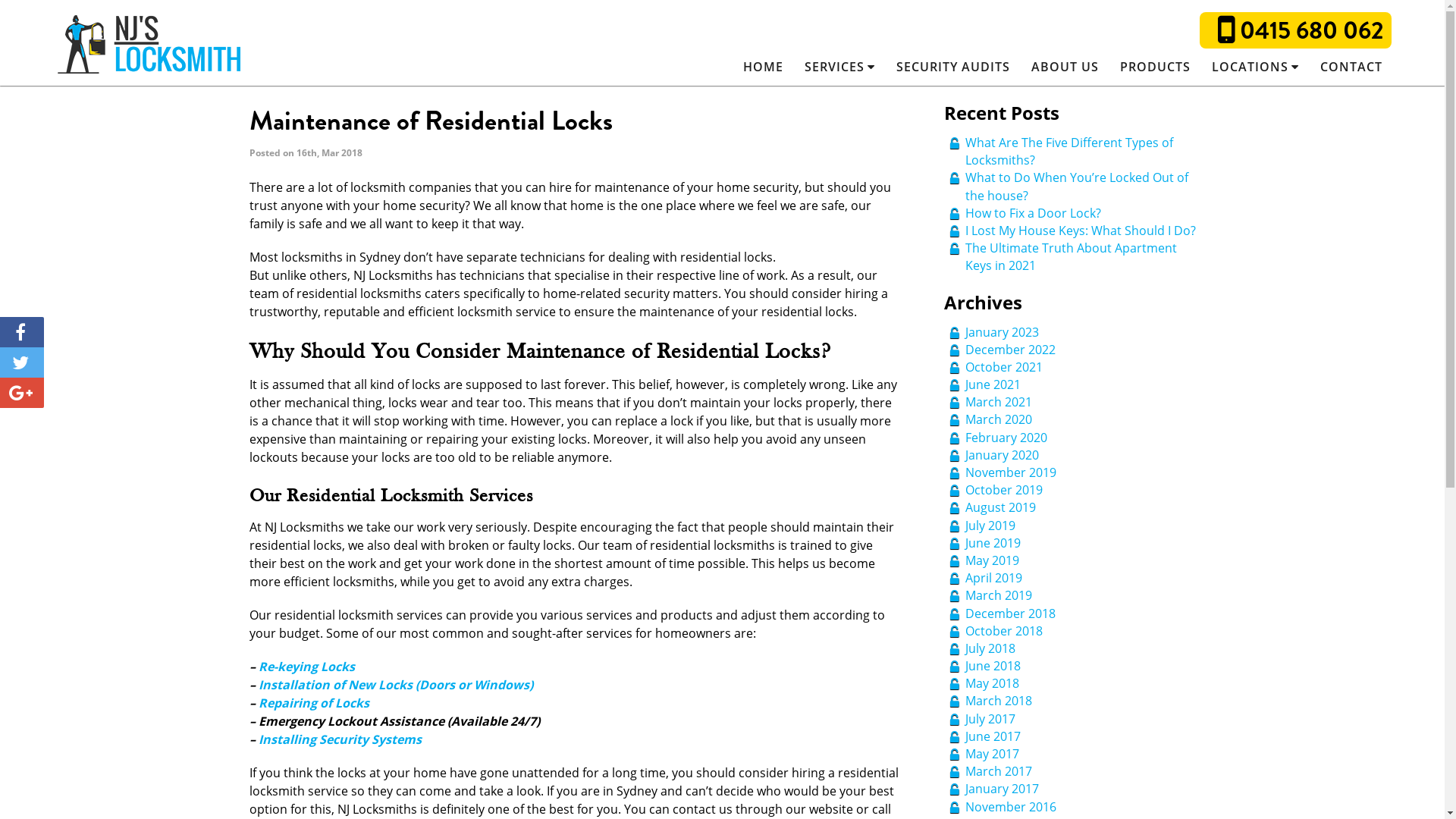 This screenshot has width=1456, height=819. Describe the element at coordinates (1001, 454) in the screenshot. I see `'January 2020'` at that location.